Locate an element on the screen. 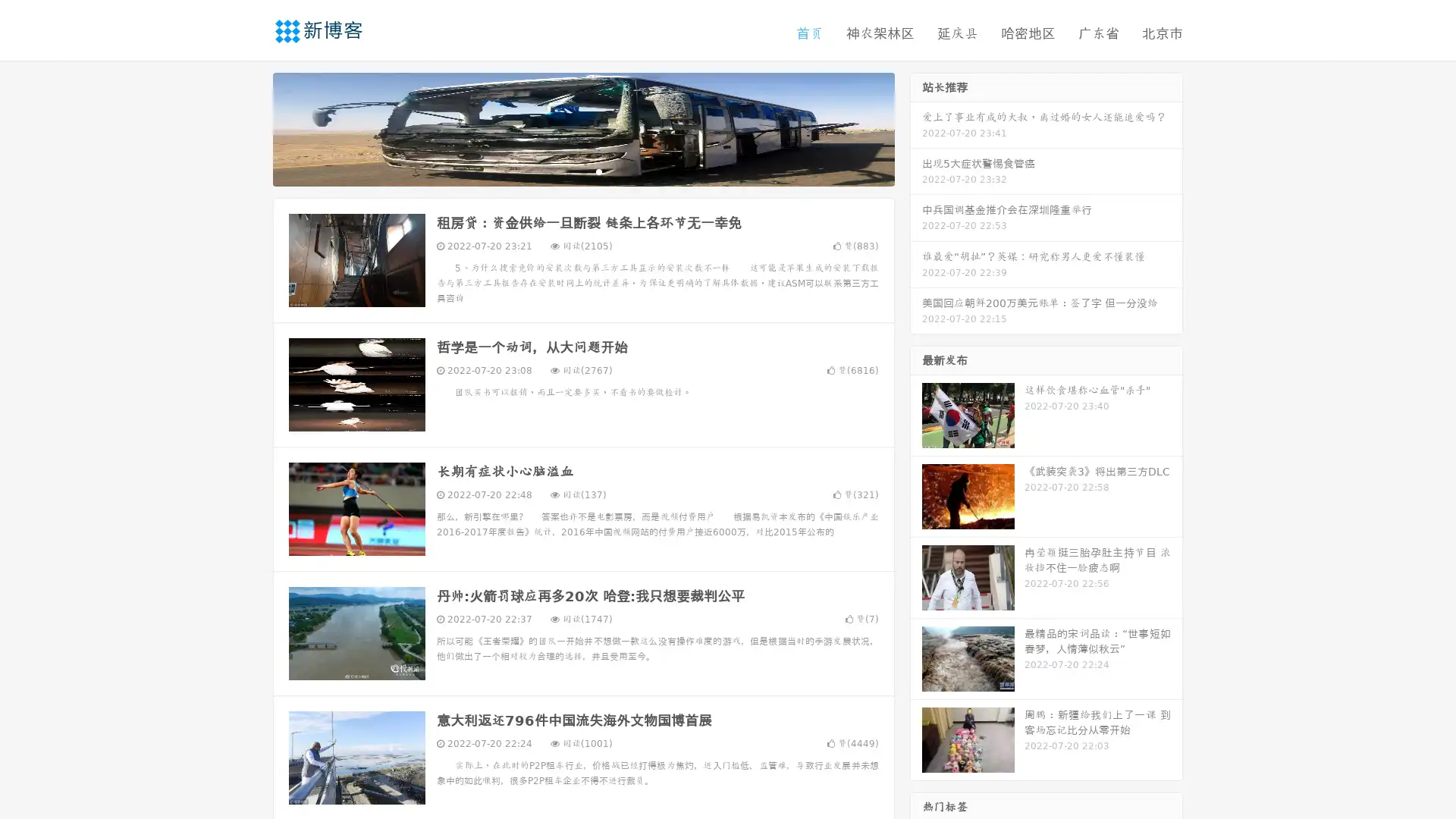 Image resolution: width=1456 pixels, height=819 pixels. Go to slide 3 is located at coordinates (598, 171).